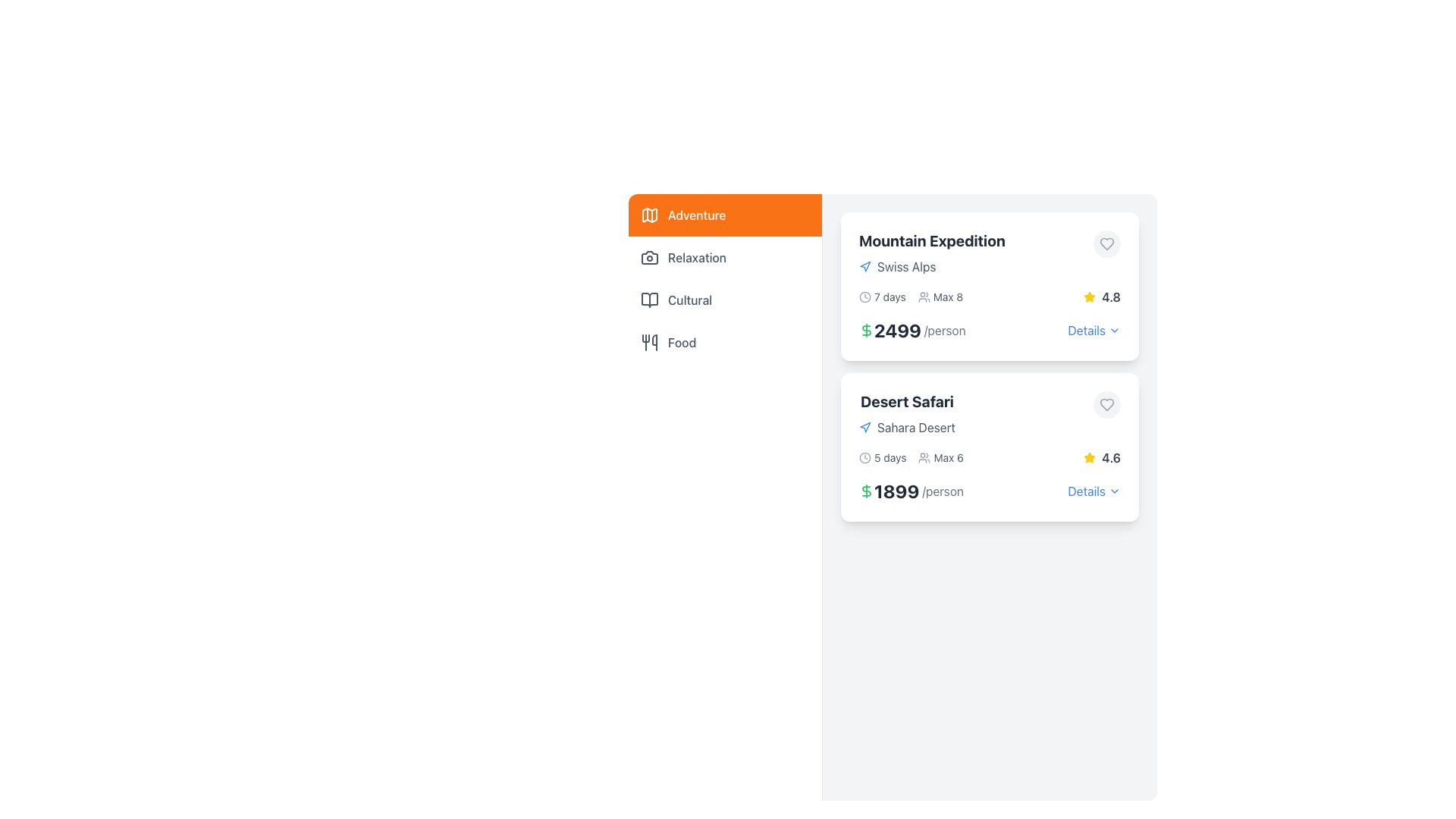 Image resolution: width=1456 pixels, height=819 pixels. I want to click on the 'Cultural' text label in the navigation menu, so click(689, 300).